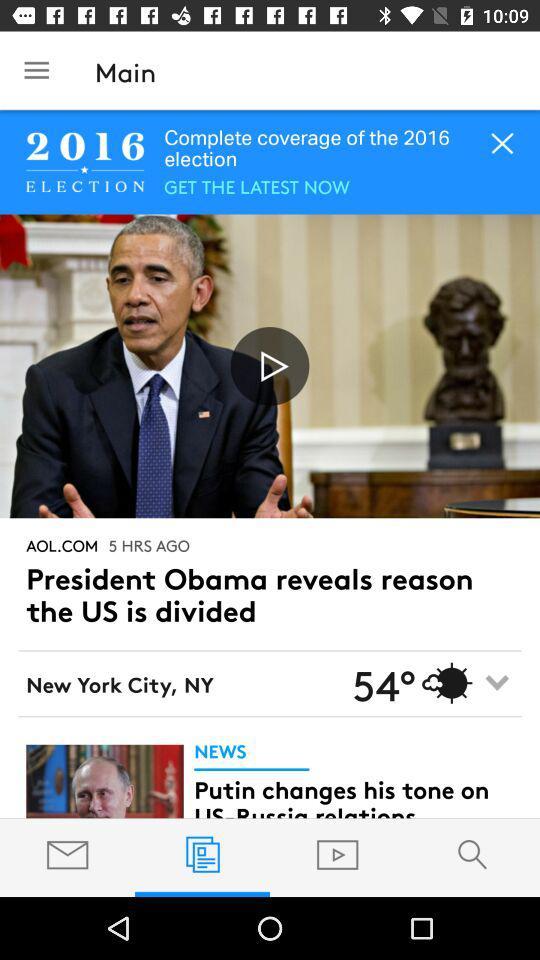 This screenshot has width=540, height=960. I want to click on video, so click(270, 365).